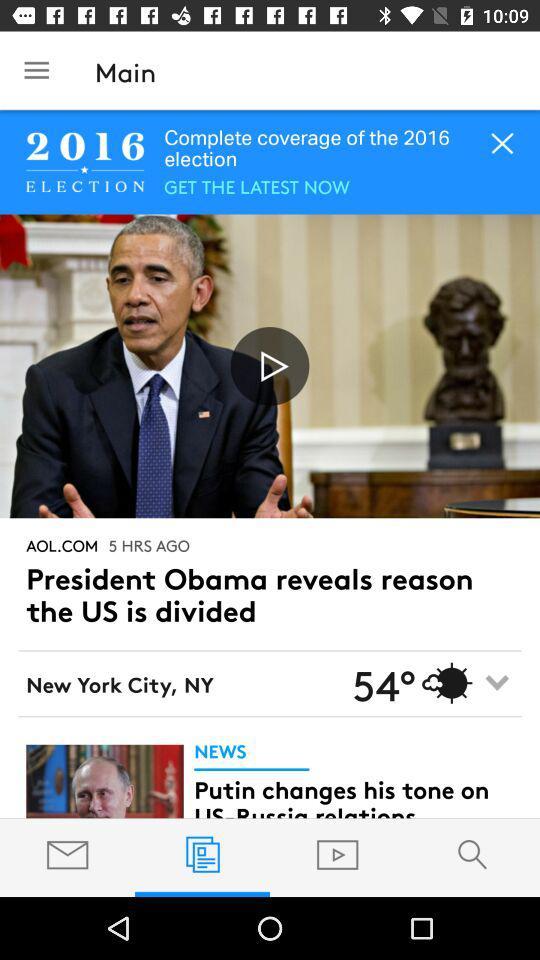 This screenshot has width=540, height=960. I want to click on video, so click(270, 365).